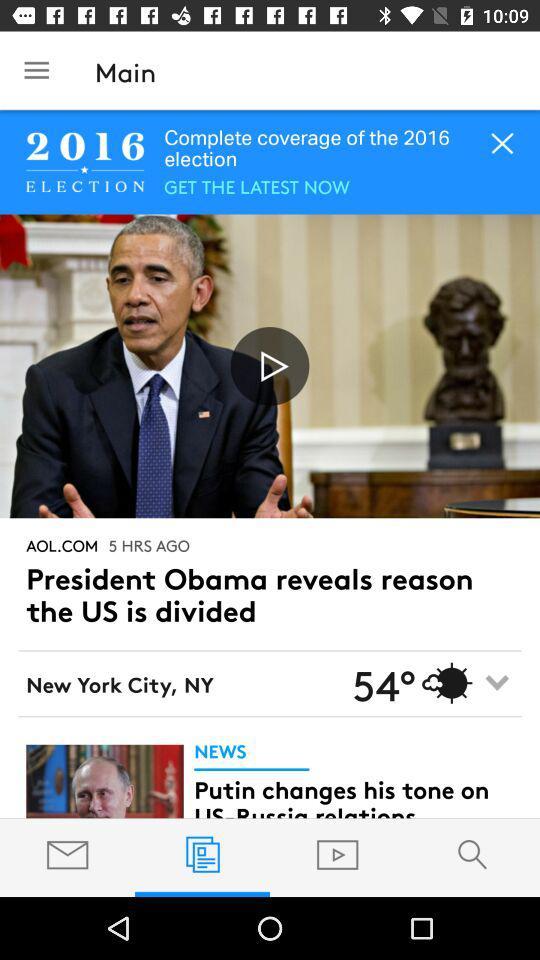 This screenshot has width=540, height=960. I want to click on video, so click(270, 365).